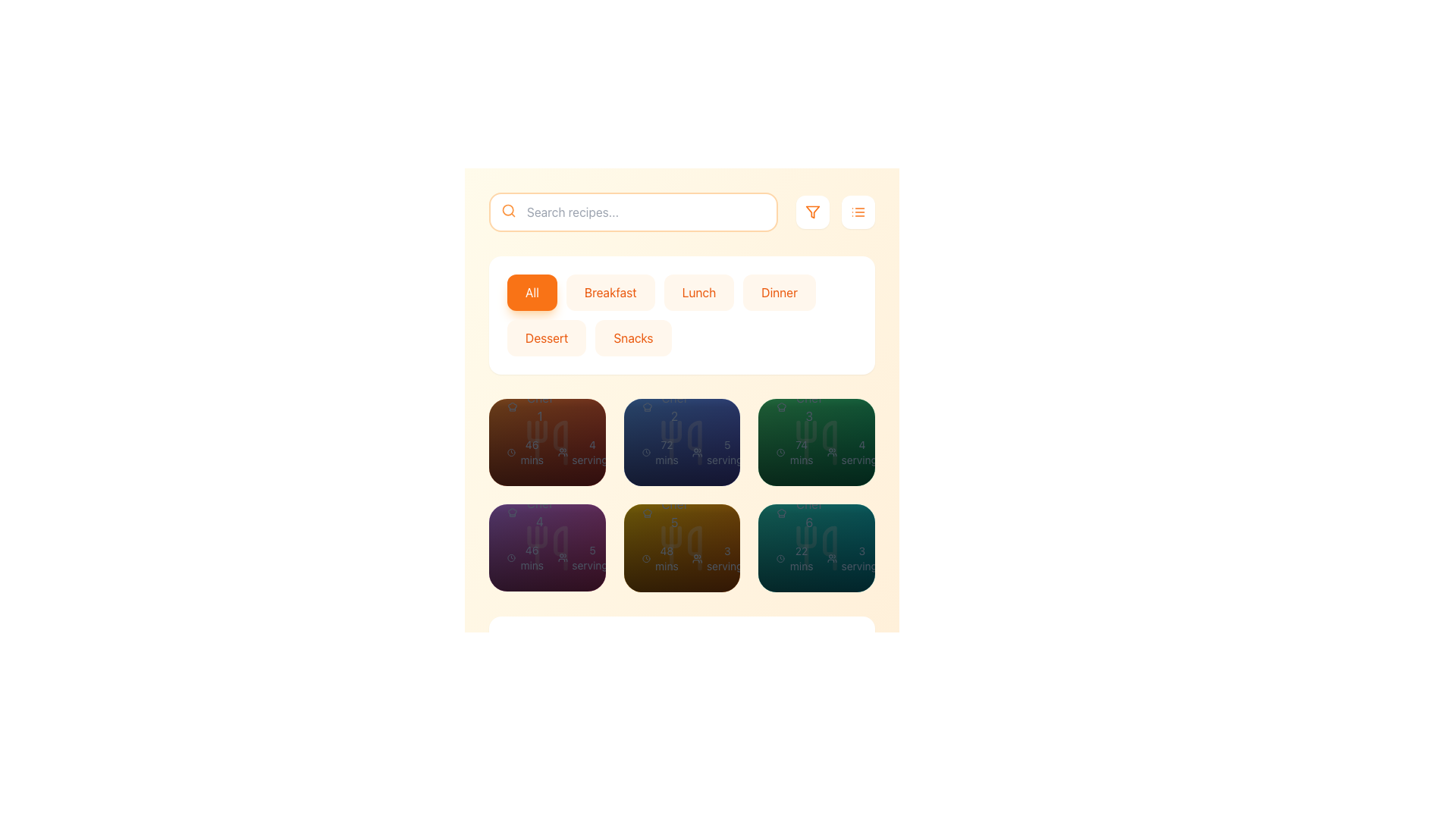 The image size is (1456, 819). What do you see at coordinates (681, 452) in the screenshot?
I see `the Information Summary Card in the bottom-right quadrant of the card grid` at bounding box center [681, 452].